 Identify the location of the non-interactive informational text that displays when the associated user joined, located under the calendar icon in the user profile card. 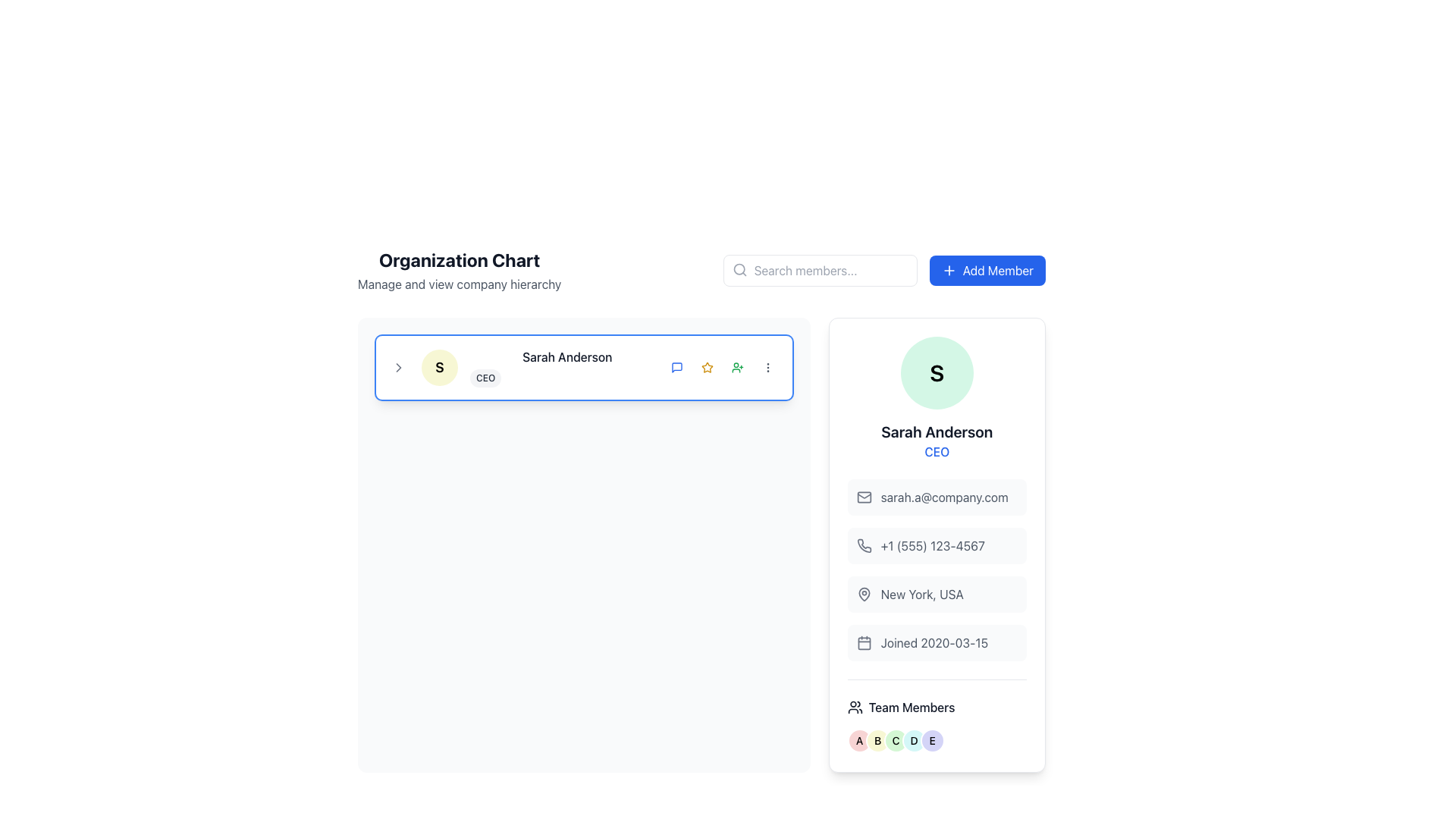
(934, 643).